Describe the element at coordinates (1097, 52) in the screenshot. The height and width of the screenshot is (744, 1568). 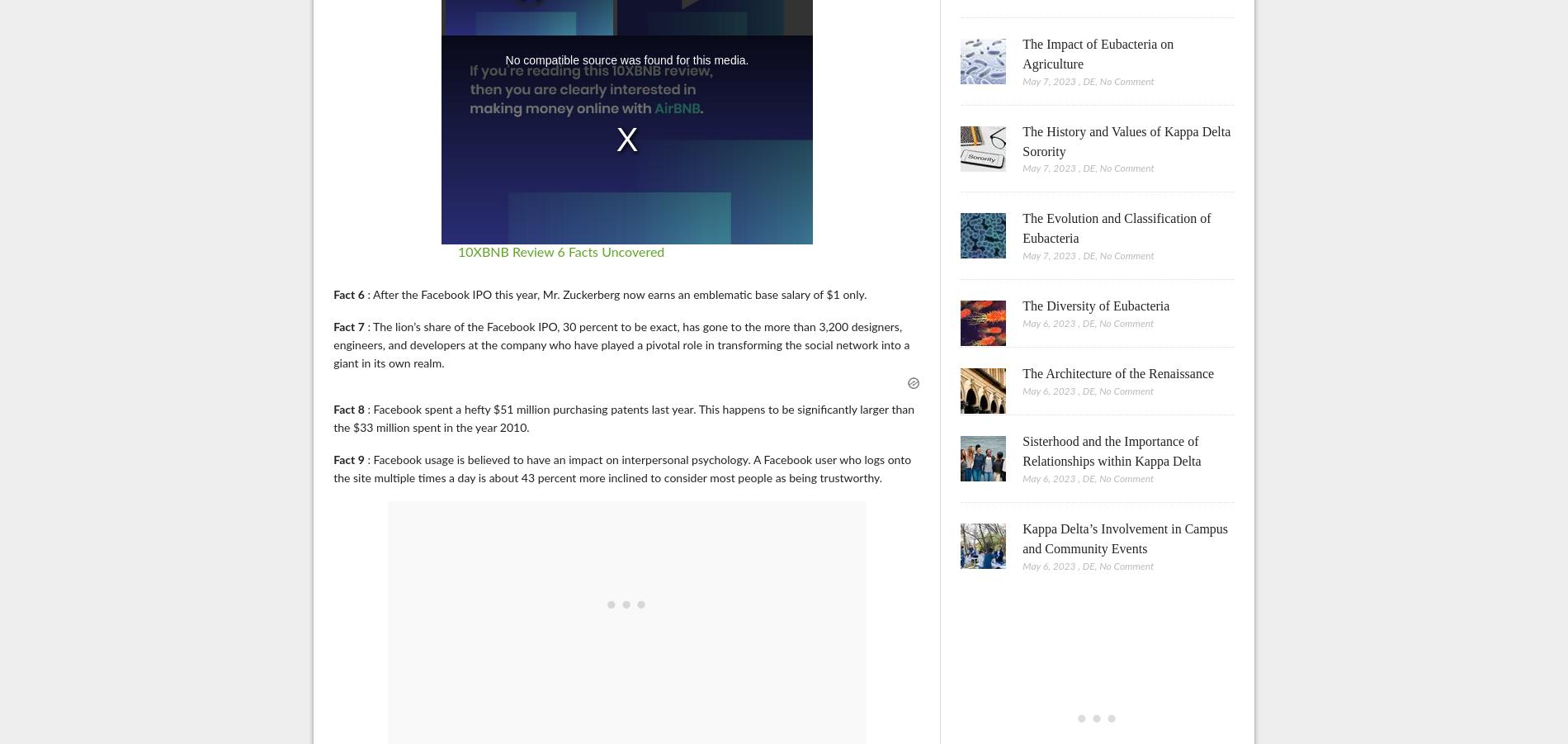
I see `'The Impact of Eubacteria on Agriculture'` at that location.